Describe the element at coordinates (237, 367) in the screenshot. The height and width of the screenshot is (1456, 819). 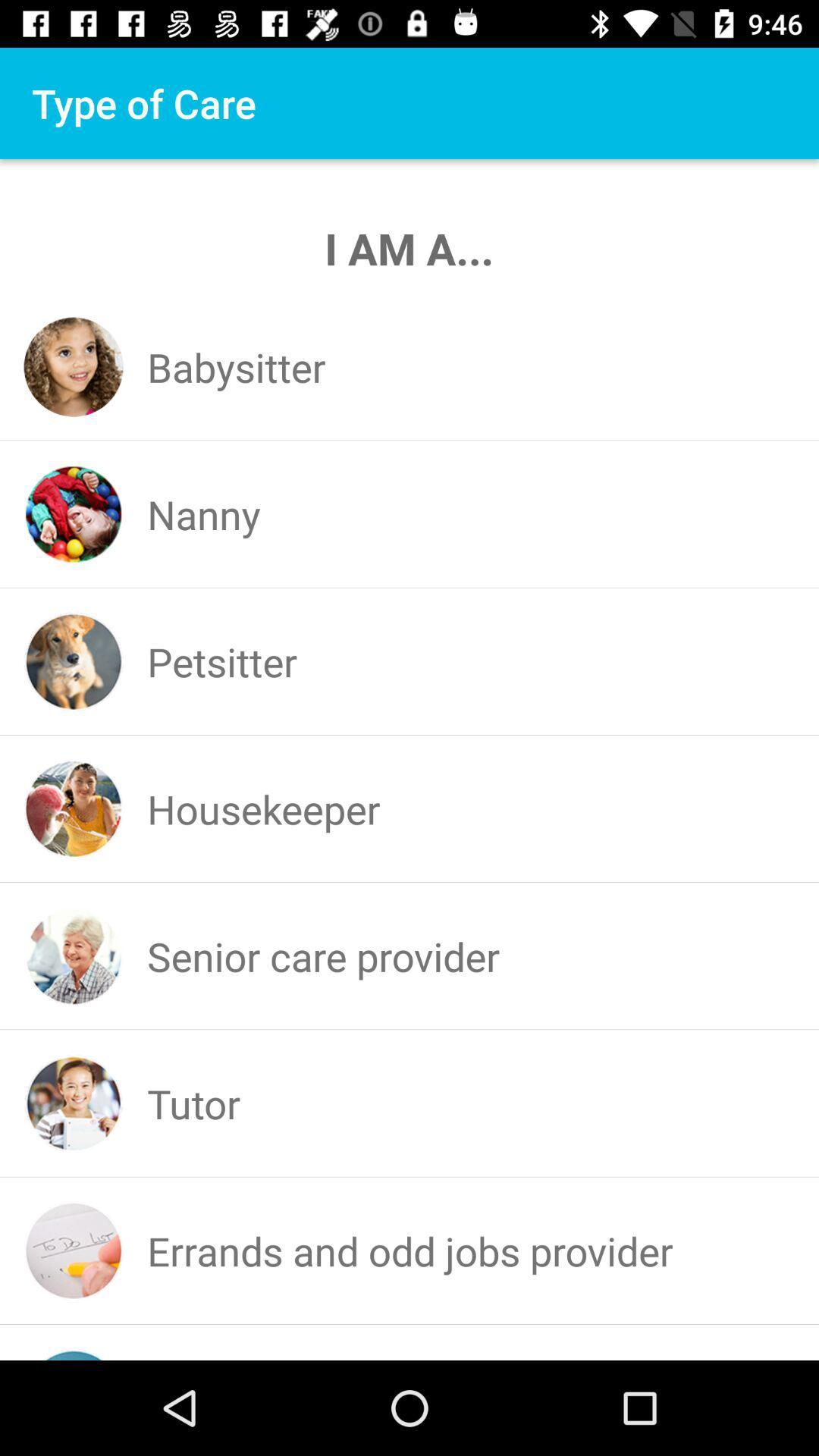
I see `item below the i am a...` at that location.